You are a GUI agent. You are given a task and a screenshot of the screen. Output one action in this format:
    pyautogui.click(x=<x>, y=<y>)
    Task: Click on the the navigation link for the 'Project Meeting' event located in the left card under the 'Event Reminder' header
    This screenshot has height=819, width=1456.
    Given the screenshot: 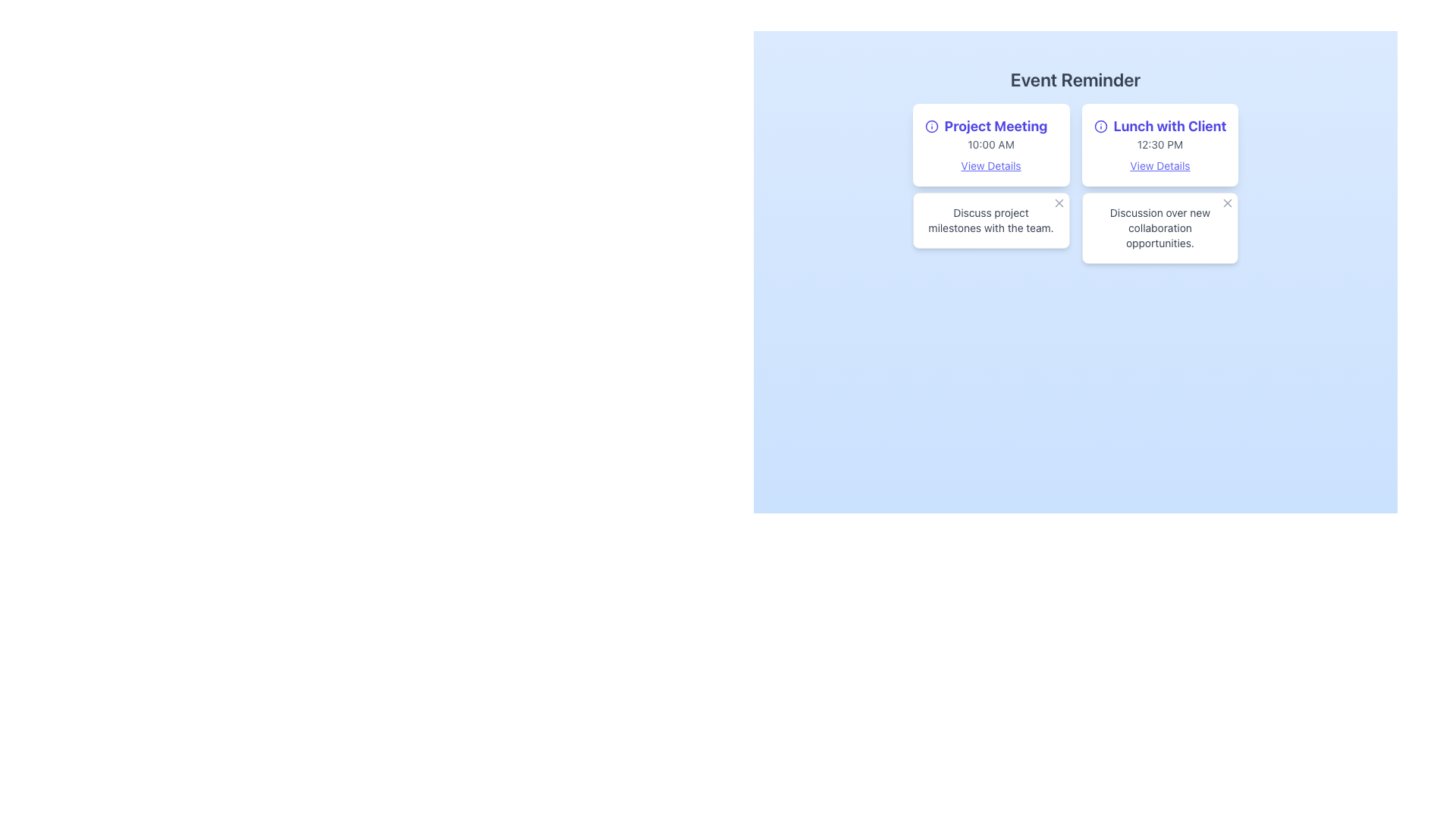 What is the action you would take?
    pyautogui.click(x=990, y=166)
    